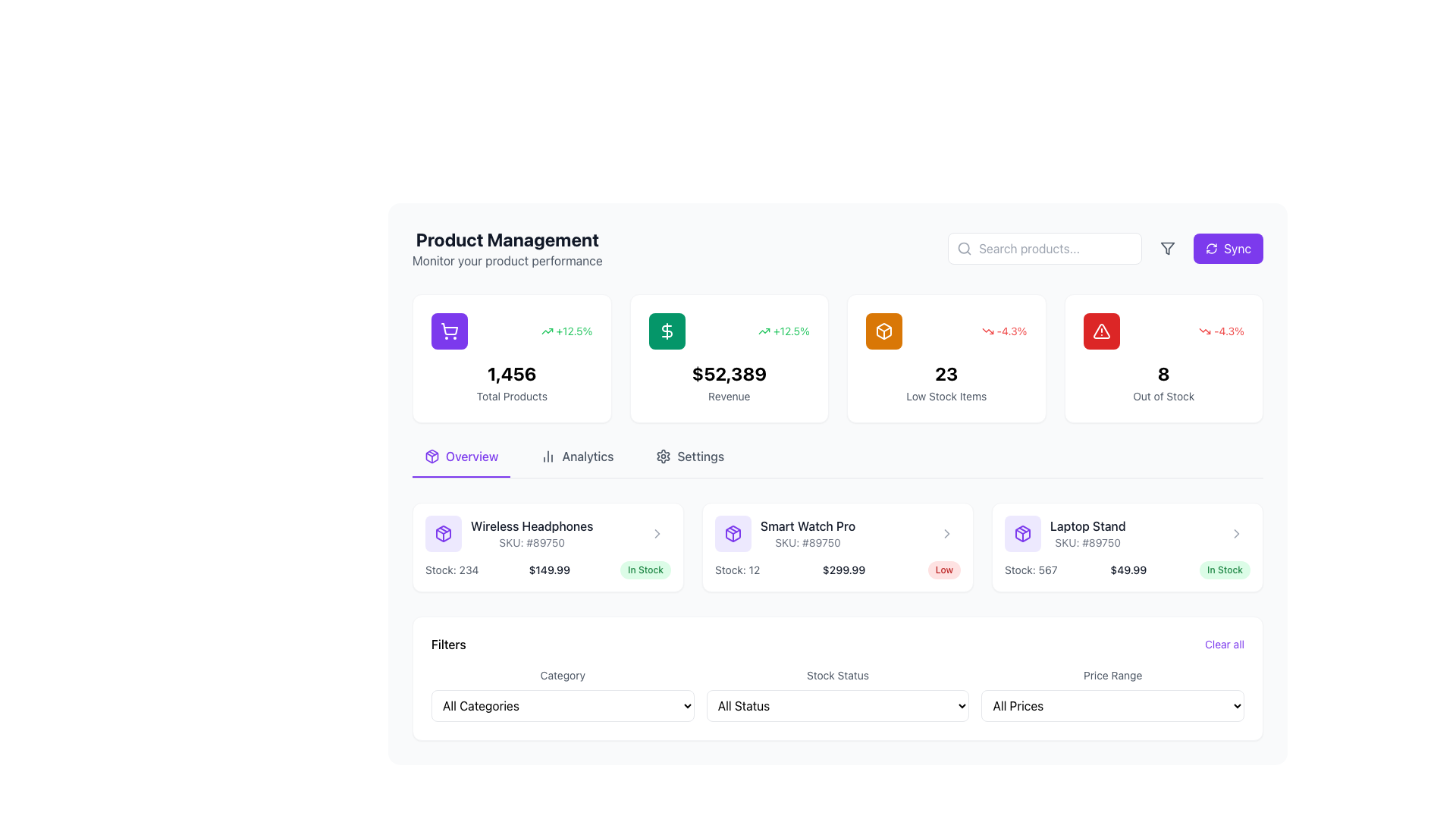 The height and width of the screenshot is (819, 1456). I want to click on the box icon with a geometric cut-off style located in the top-right corner of the functionality card, which has a white stroke on a transparent background, so click(884, 330).